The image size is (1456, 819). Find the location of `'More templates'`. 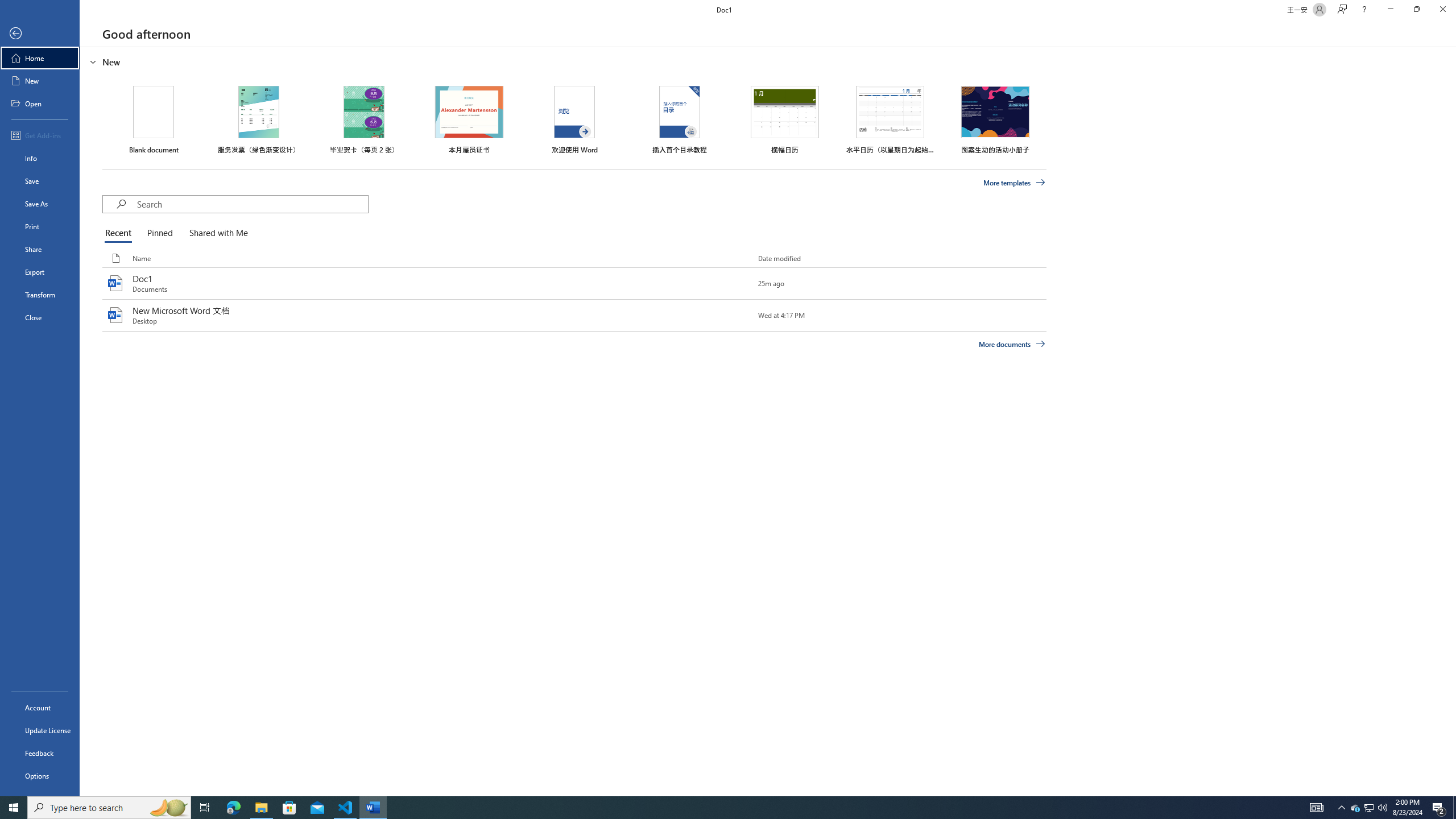

'More templates' is located at coordinates (1015, 183).